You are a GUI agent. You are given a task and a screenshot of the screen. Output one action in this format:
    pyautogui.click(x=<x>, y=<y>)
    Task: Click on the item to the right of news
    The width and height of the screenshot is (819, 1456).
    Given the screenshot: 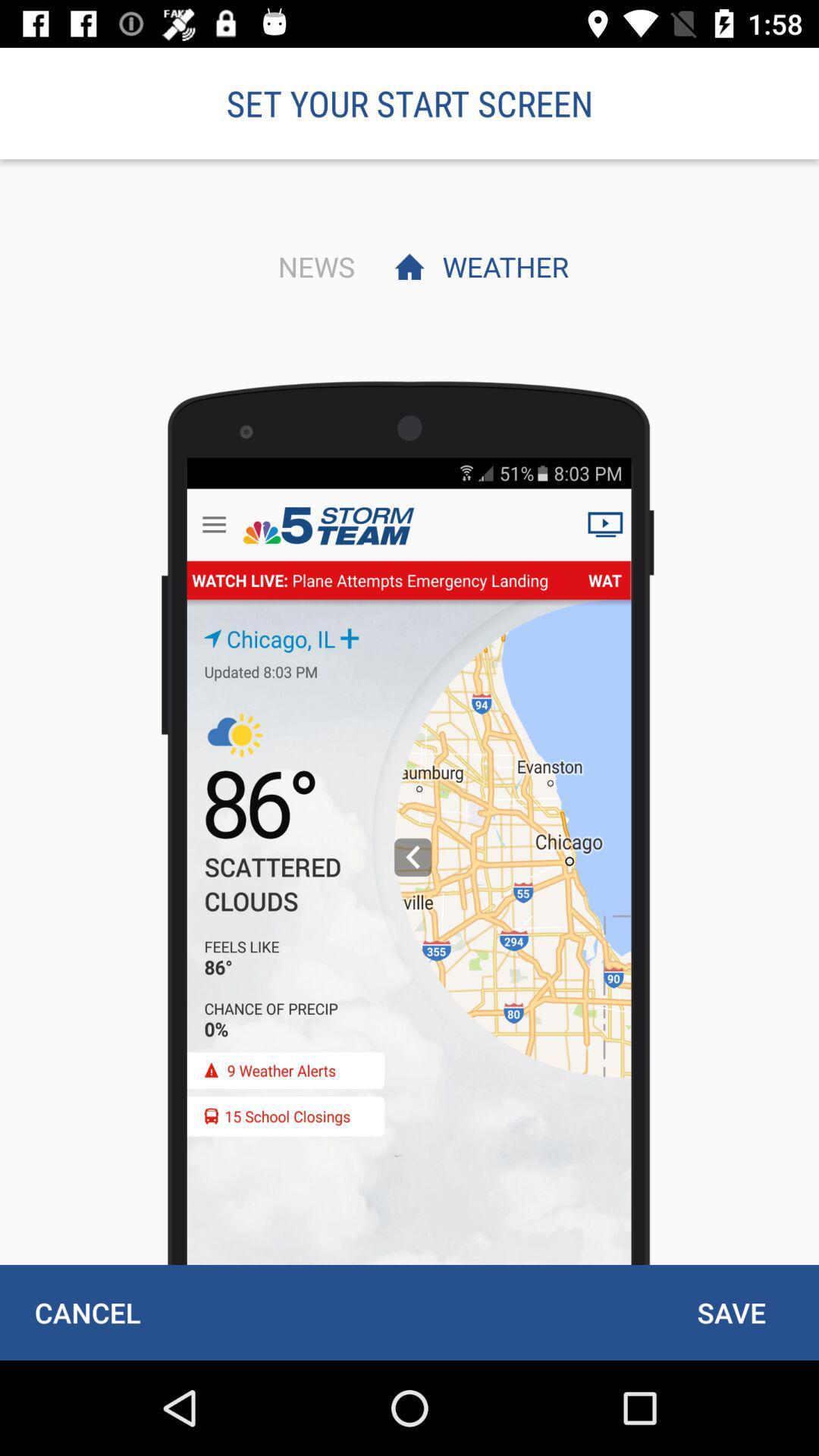 What is the action you would take?
    pyautogui.click(x=501, y=266)
    